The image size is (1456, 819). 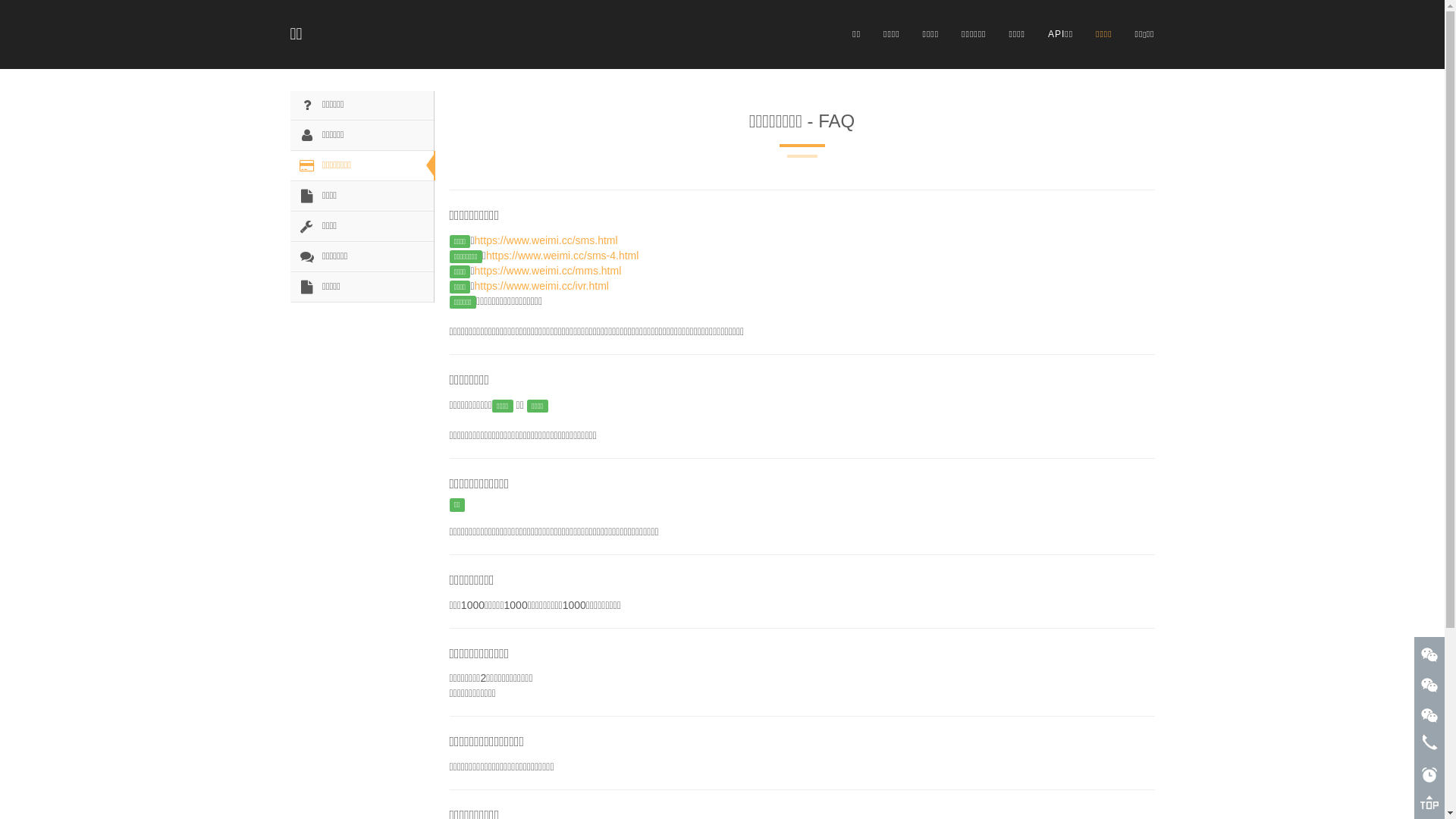 What do you see at coordinates (546, 239) in the screenshot?
I see `'https://www.weimi.cc/sms.html'` at bounding box center [546, 239].